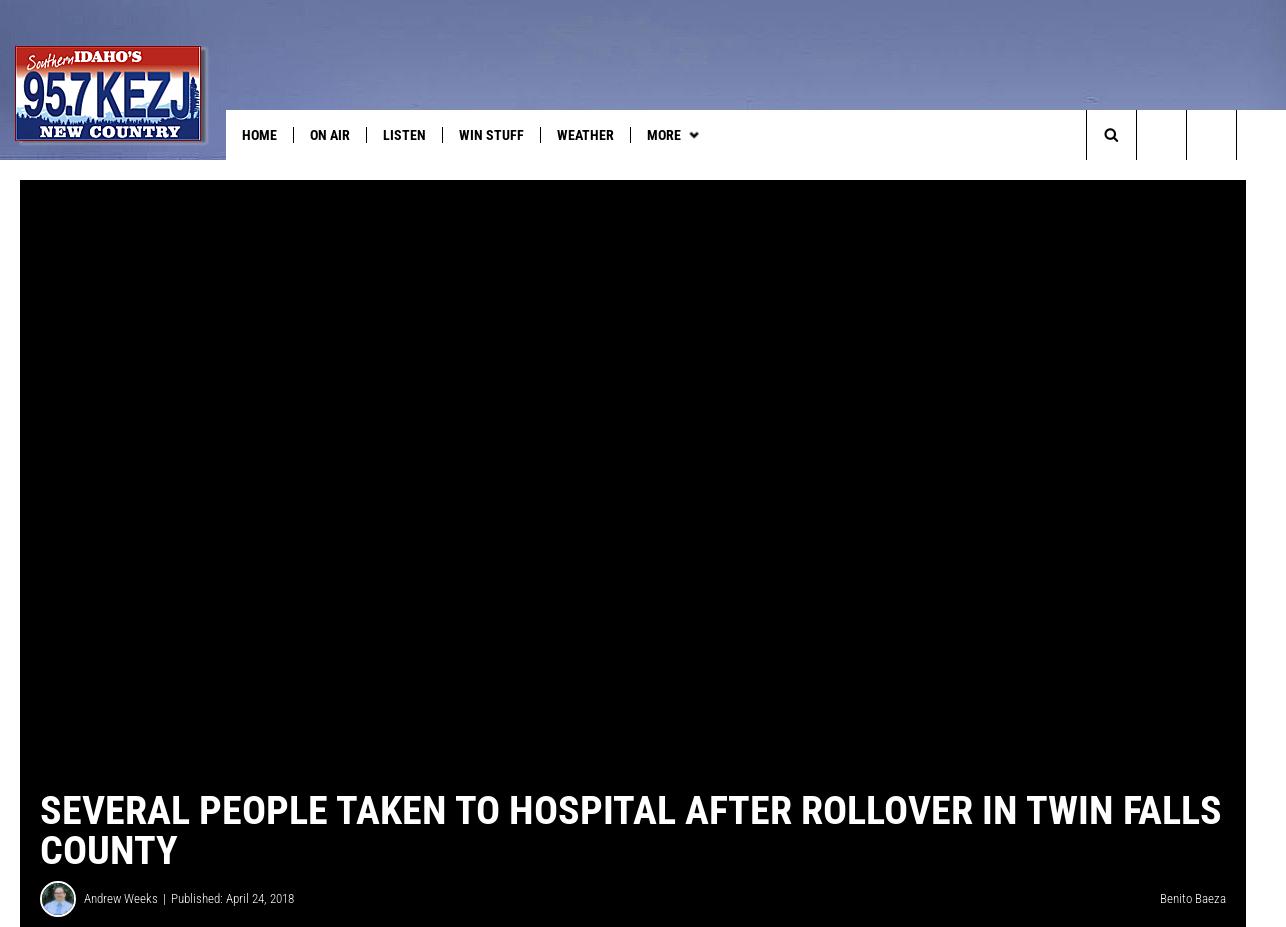 This screenshot has width=1286, height=927. I want to click on 'Listen', so click(381, 133).